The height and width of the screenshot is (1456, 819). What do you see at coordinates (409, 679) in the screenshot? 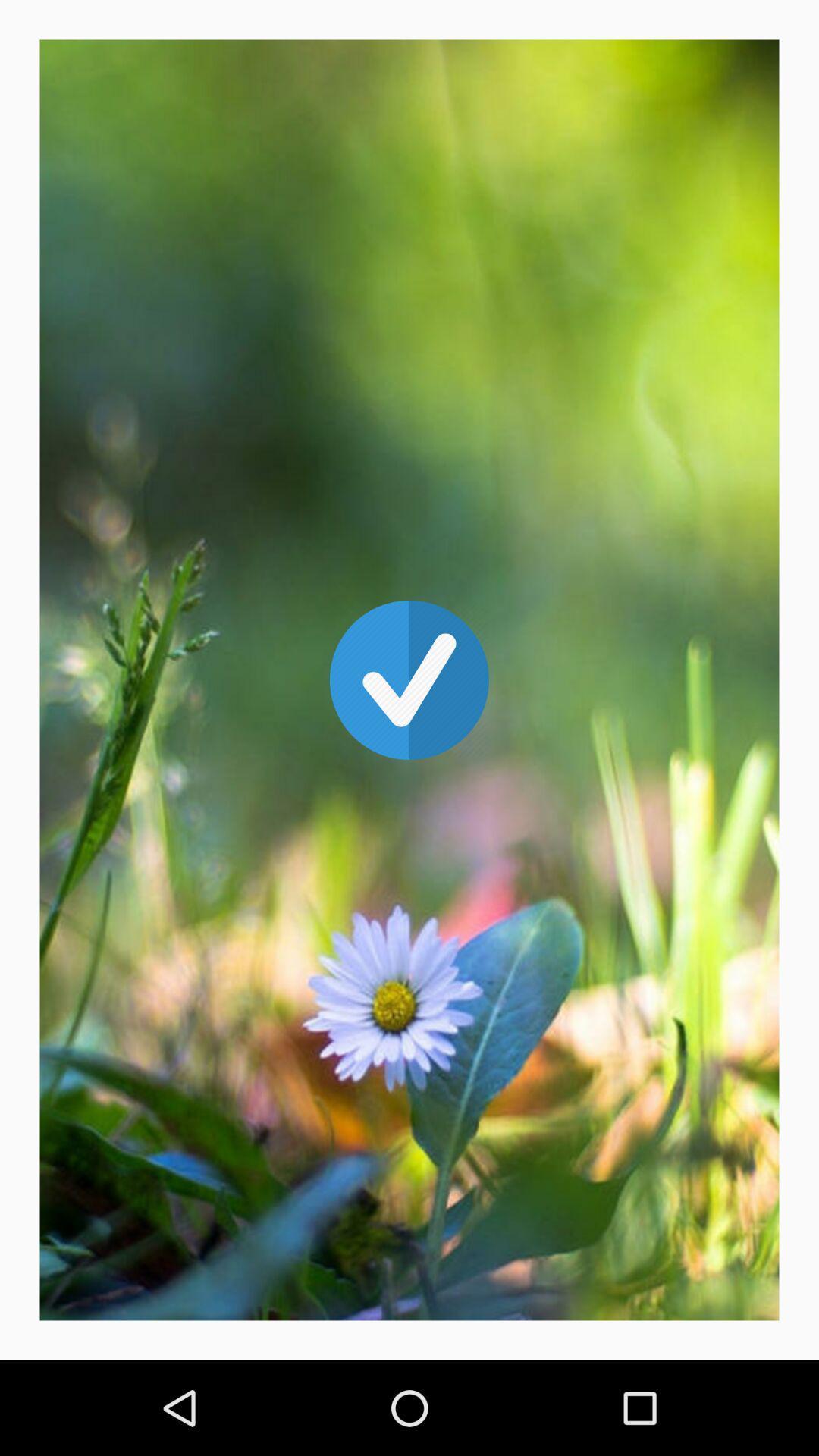
I see `deselect picture` at bounding box center [409, 679].